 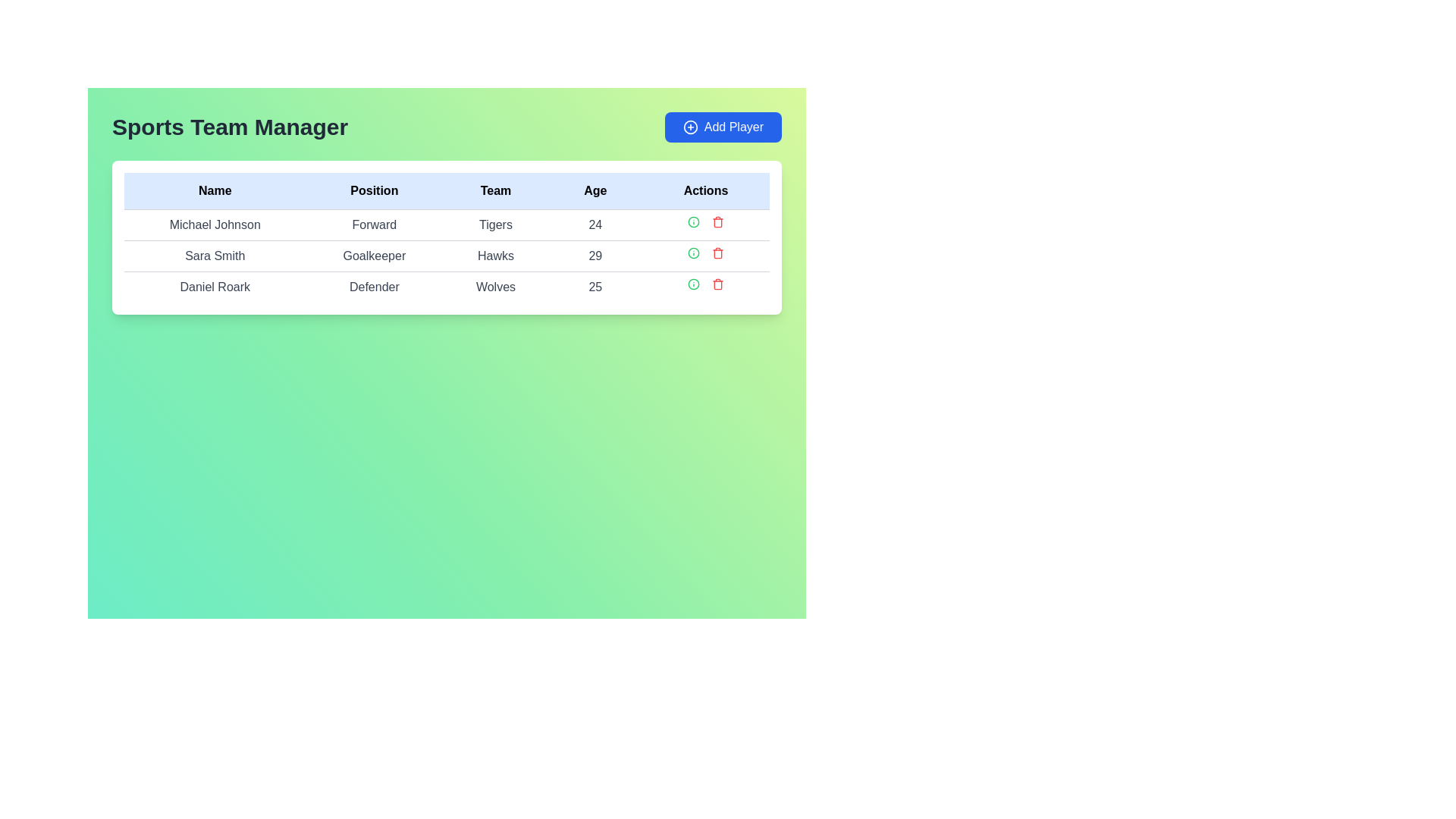 What do you see at coordinates (595, 225) in the screenshot?
I see `the text displaying the age of the player named 'Michael Johnson' in the Age column of the table, which is located between the 'Team' column (Tigers) and the 'Actions' column` at bounding box center [595, 225].